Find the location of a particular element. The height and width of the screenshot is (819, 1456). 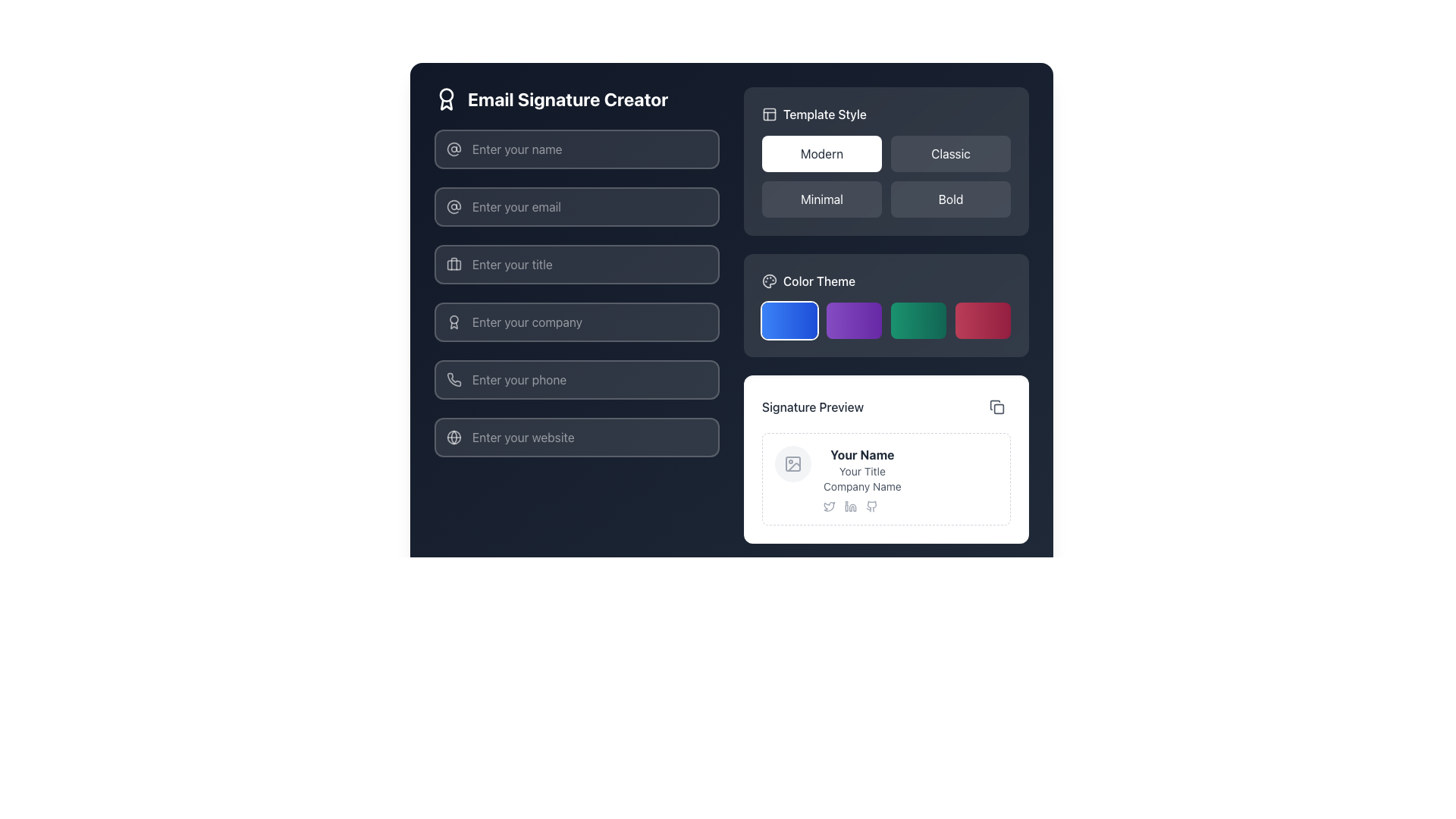

the first blue button in the color theme selection section is located at coordinates (806, 324).